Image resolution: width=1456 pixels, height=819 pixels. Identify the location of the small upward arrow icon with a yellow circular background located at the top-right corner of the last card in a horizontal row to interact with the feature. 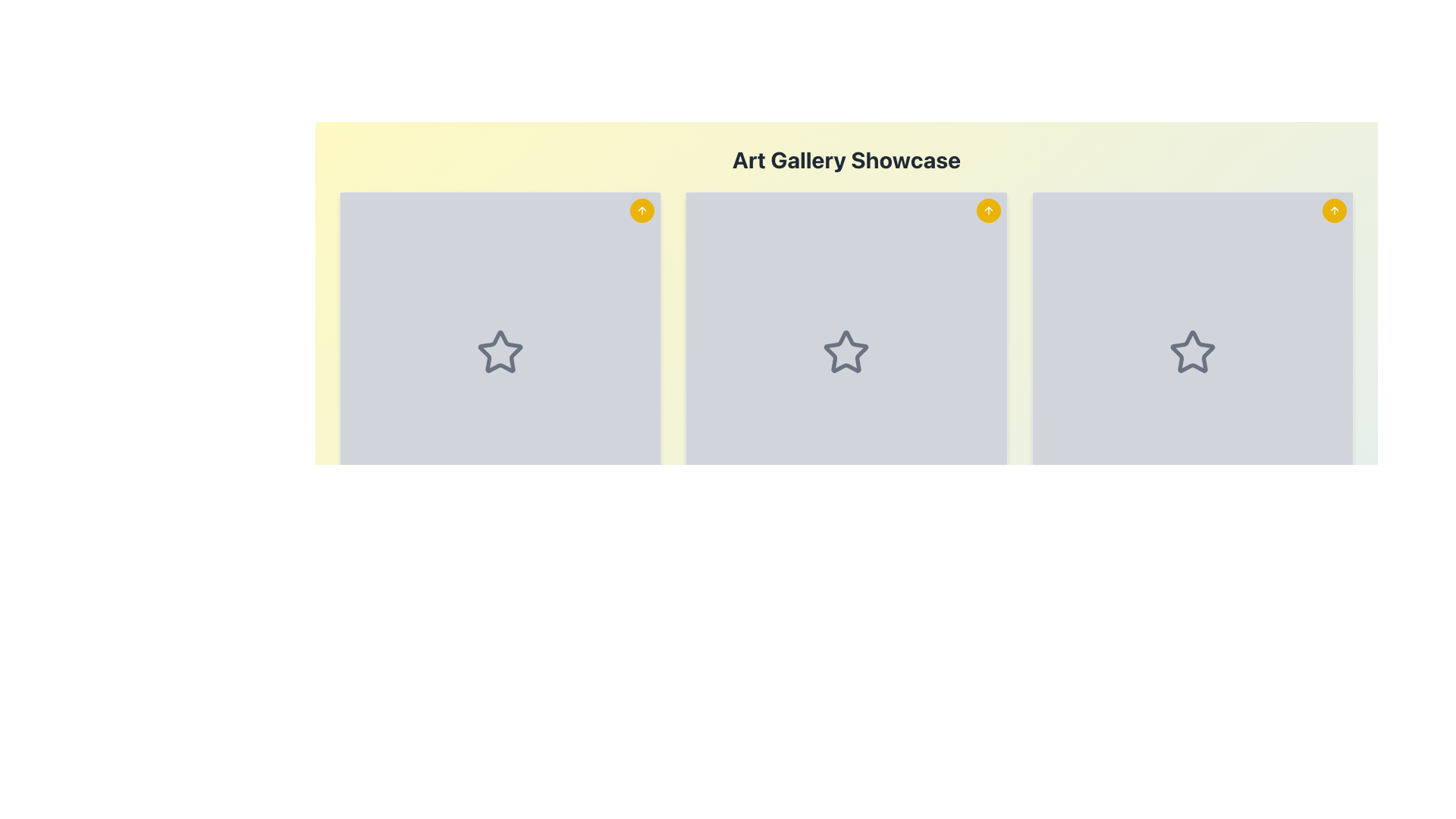
(1335, 210).